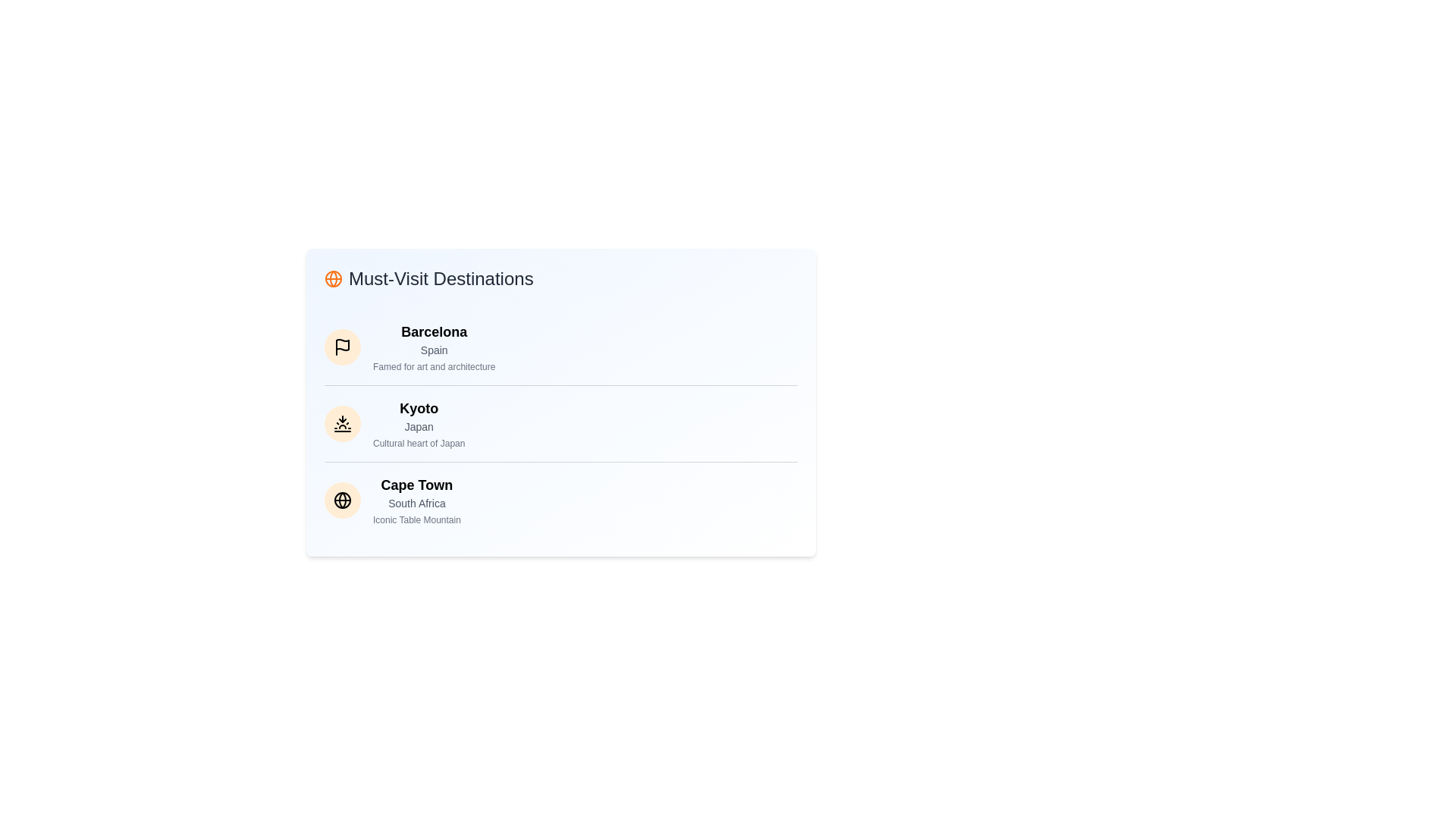  What do you see at coordinates (341, 347) in the screenshot?
I see `the icon next to the destination Barcelona` at bounding box center [341, 347].